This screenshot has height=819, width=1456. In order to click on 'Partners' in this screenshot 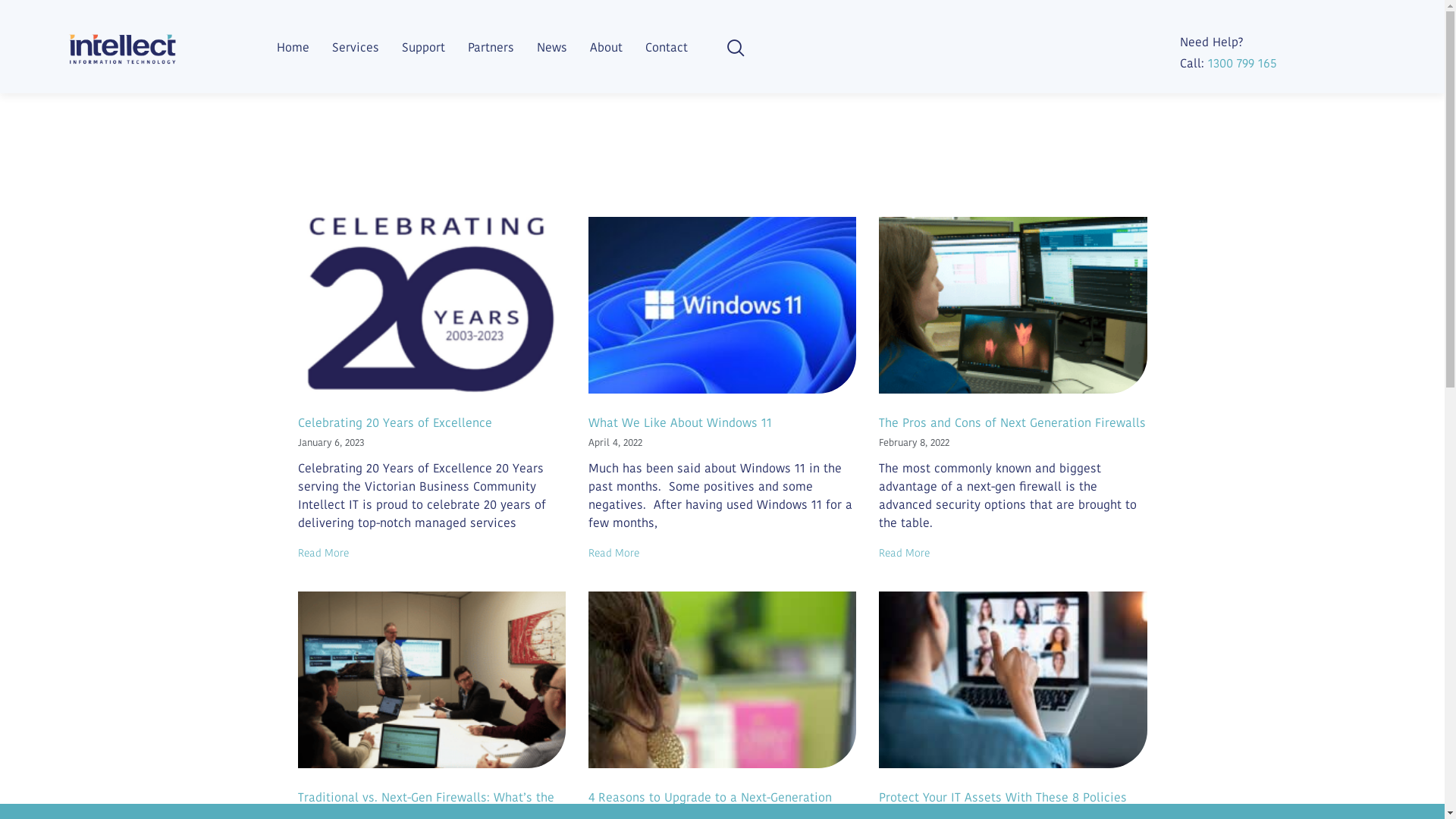, I will do `click(491, 46)`.